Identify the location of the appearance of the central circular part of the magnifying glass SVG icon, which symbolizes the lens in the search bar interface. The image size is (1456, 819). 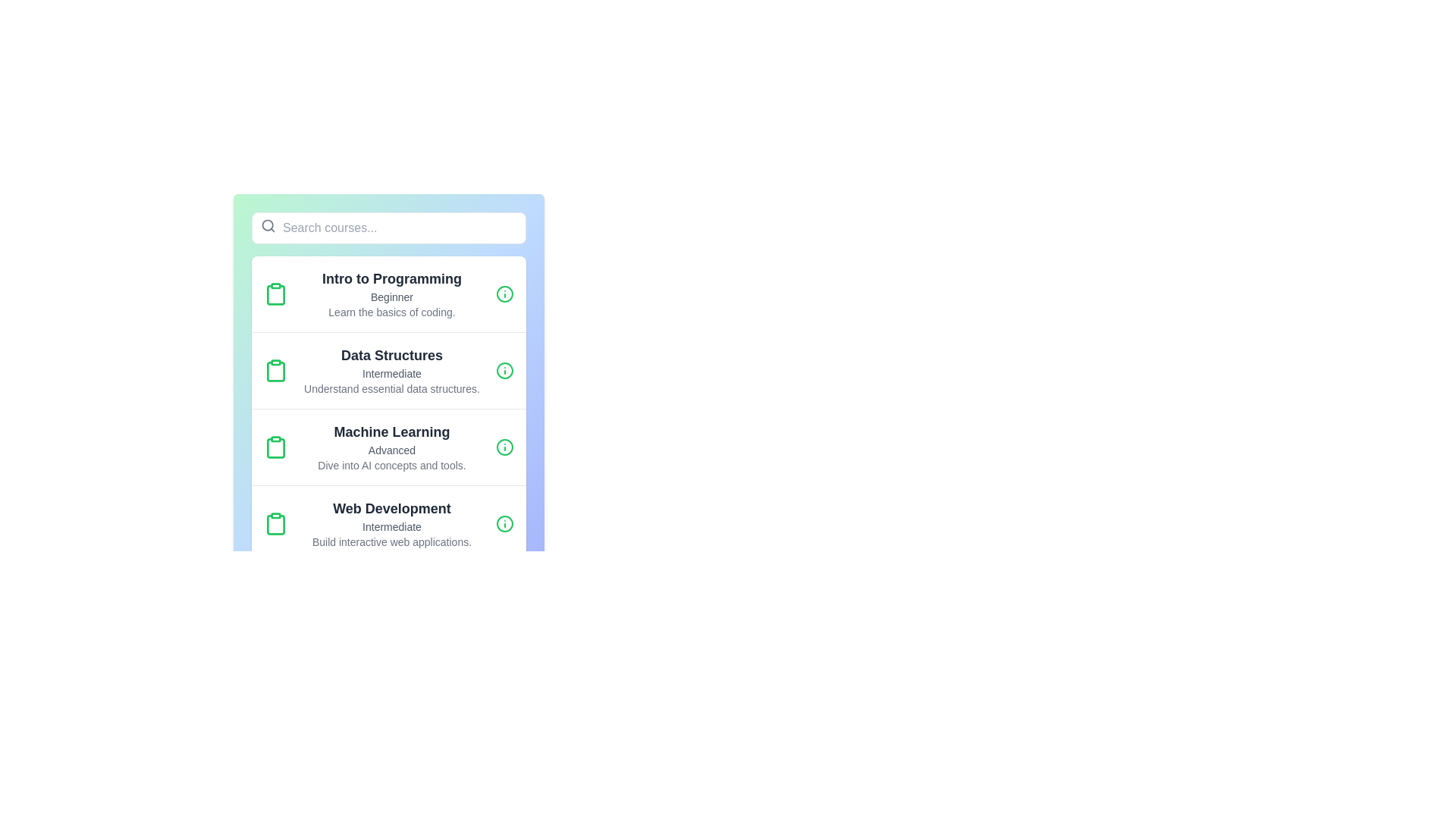
(268, 225).